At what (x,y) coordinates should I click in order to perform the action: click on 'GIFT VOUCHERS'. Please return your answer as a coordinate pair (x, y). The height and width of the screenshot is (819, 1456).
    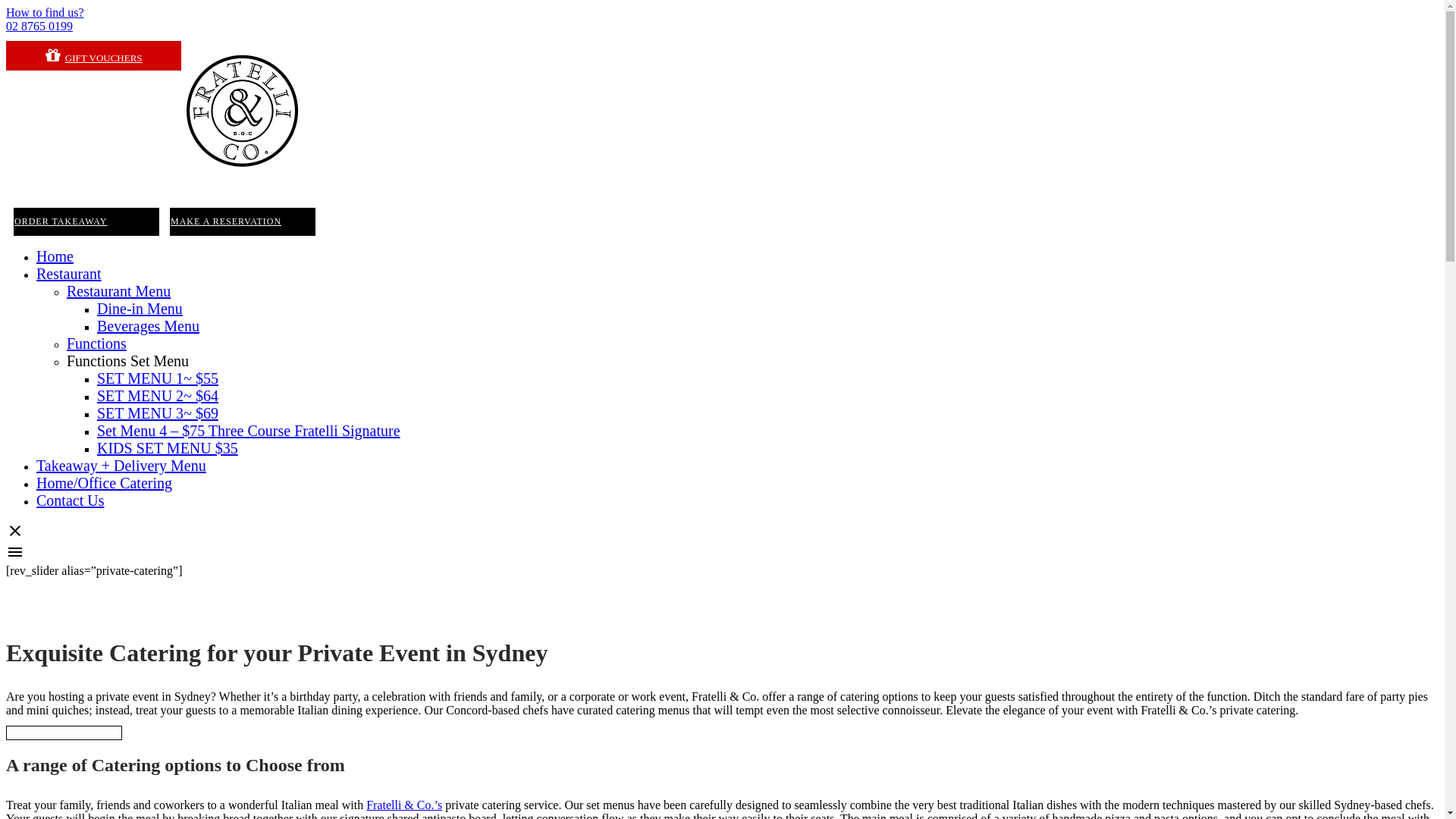
    Looking at the image, I should click on (93, 55).